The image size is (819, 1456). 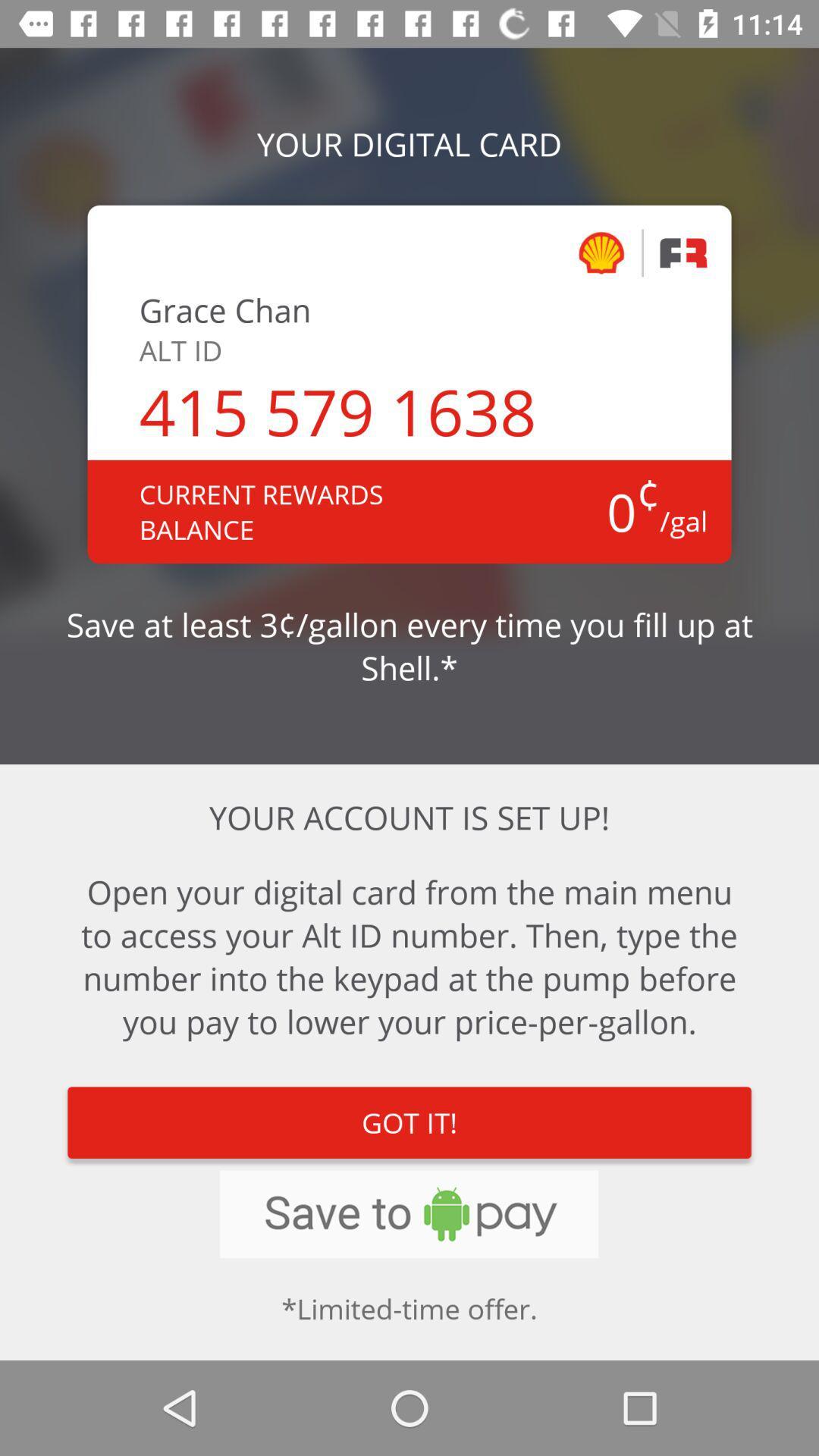 What do you see at coordinates (408, 1214) in the screenshot?
I see `to androidpay` at bounding box center [408, 1214].